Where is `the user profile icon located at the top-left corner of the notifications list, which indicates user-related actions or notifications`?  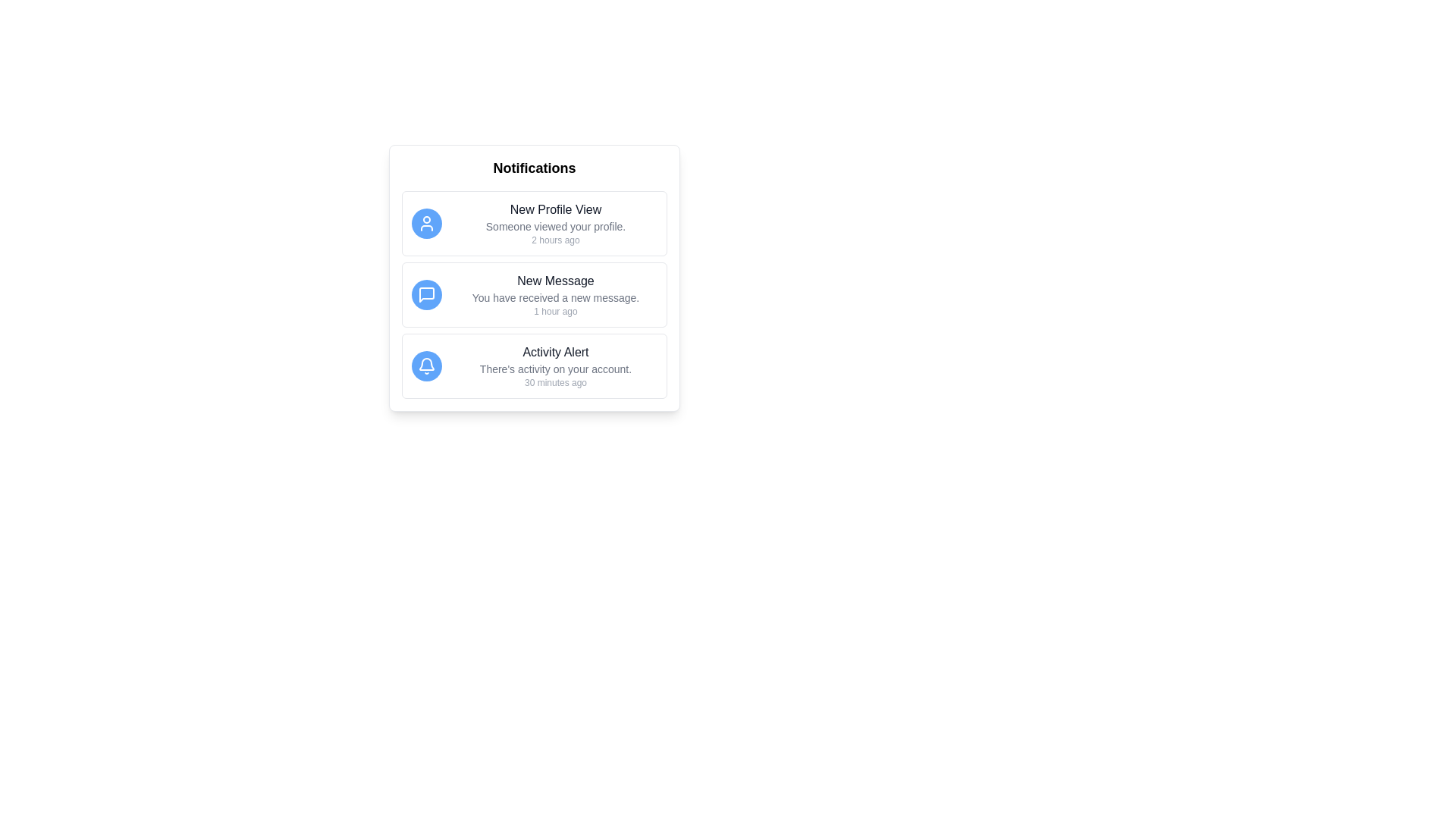 the user profile icon located at the top-left corner of the notifications list, which indicates user-related actions or notifications is located at coordinates (425, 223).